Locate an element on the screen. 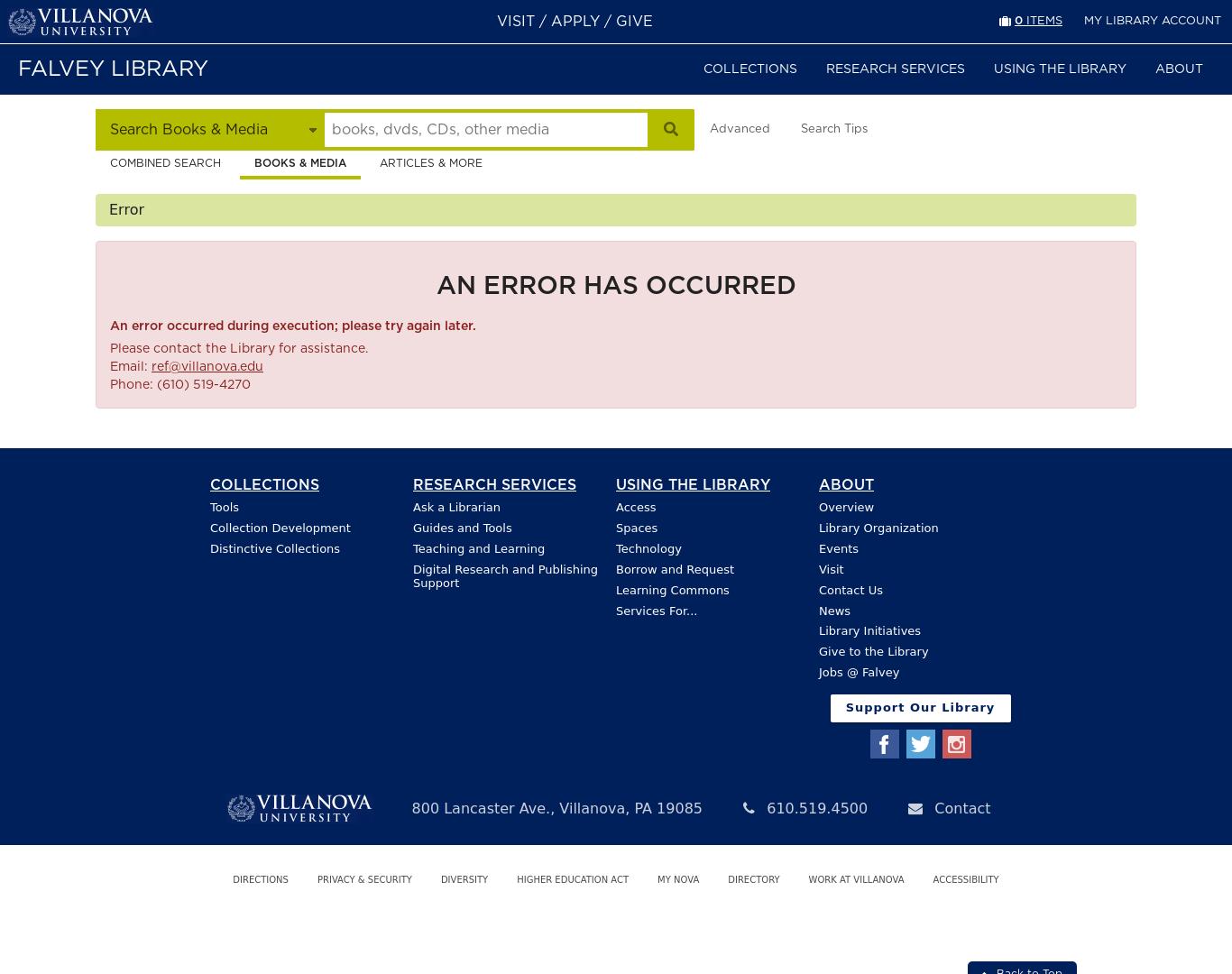  'Library Organization' is located at coordinates (878, 527).